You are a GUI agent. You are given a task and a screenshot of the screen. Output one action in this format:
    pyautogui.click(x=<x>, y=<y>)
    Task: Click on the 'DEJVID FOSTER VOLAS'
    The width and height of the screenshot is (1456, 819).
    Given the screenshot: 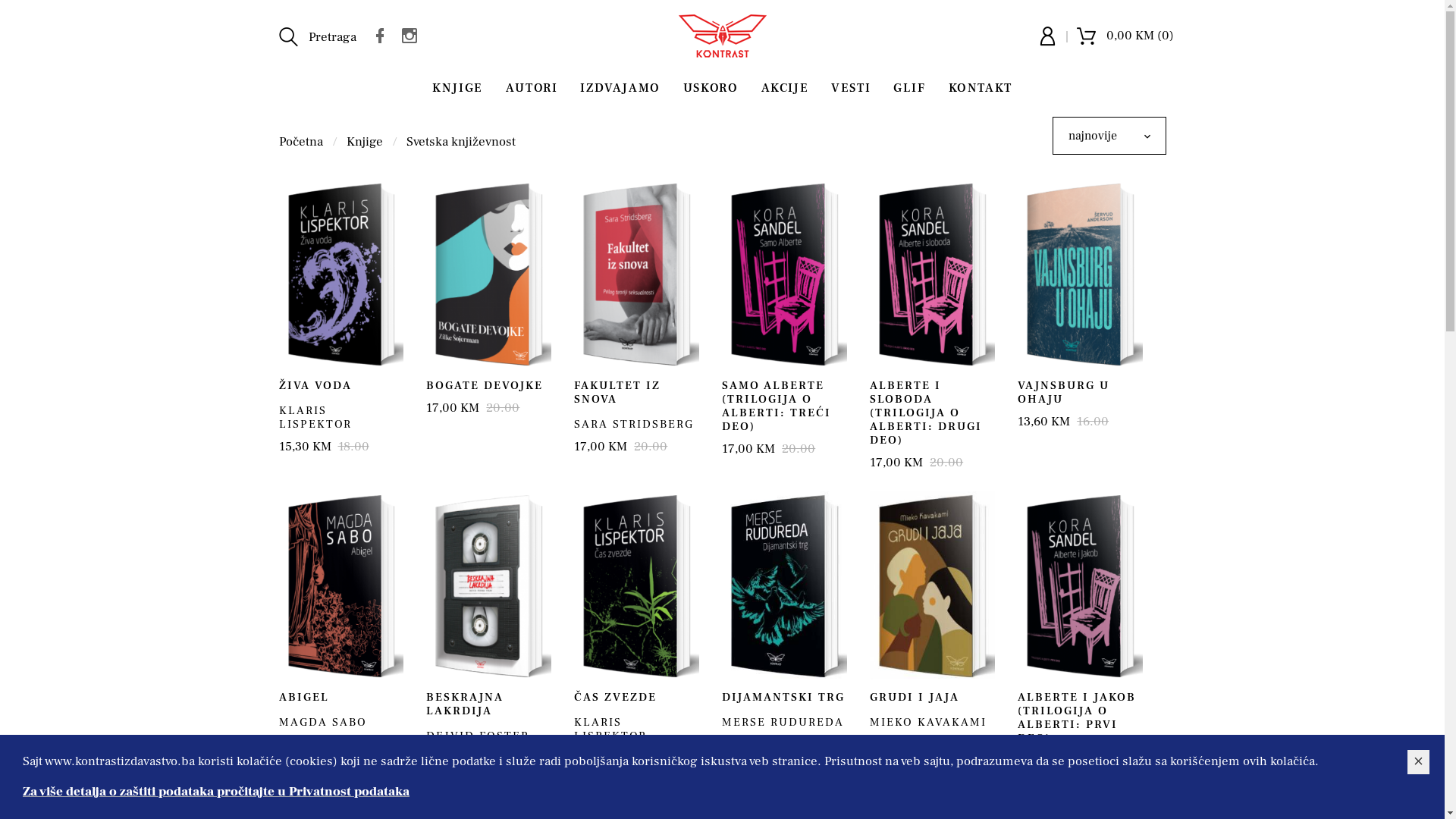 What is the action you would take?
    pyautogui.click(x=476, y=742)
    